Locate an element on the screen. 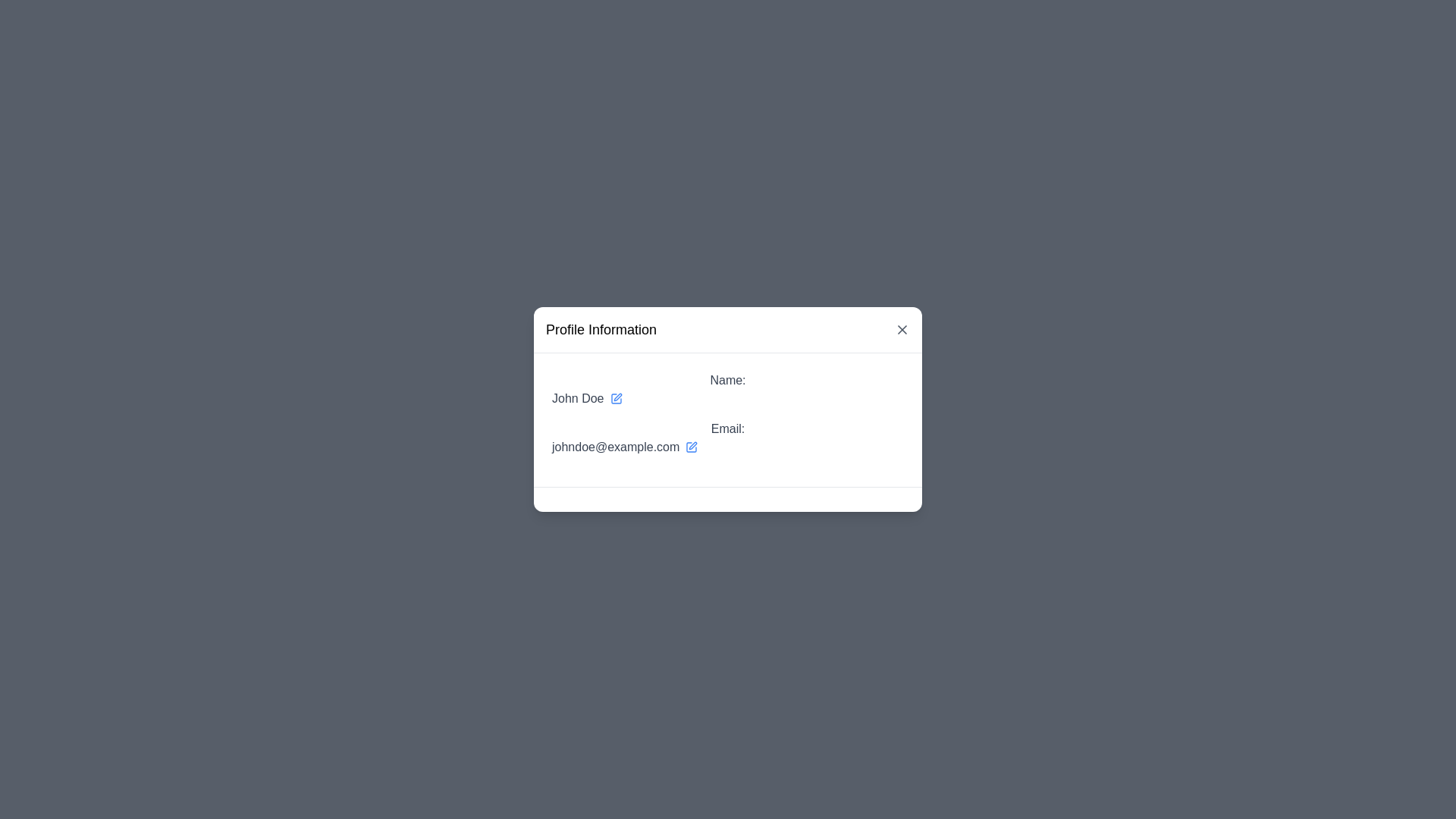  the text label identifying the 'Name' field in the 'Profile Information' modal is located at coordinates (728, 379).